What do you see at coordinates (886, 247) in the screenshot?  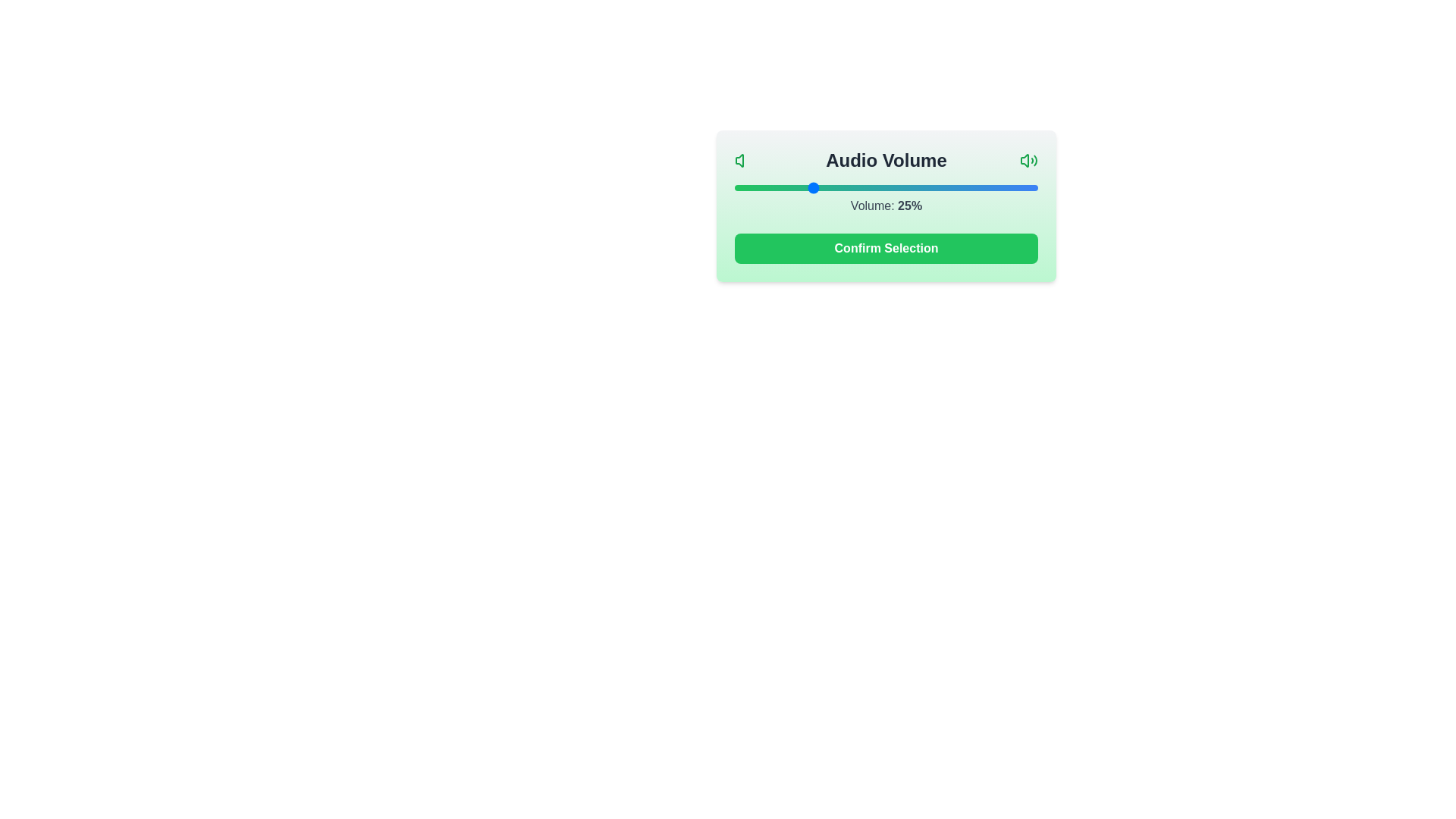 I see `the confirm button` at bounding box center [886, 247].